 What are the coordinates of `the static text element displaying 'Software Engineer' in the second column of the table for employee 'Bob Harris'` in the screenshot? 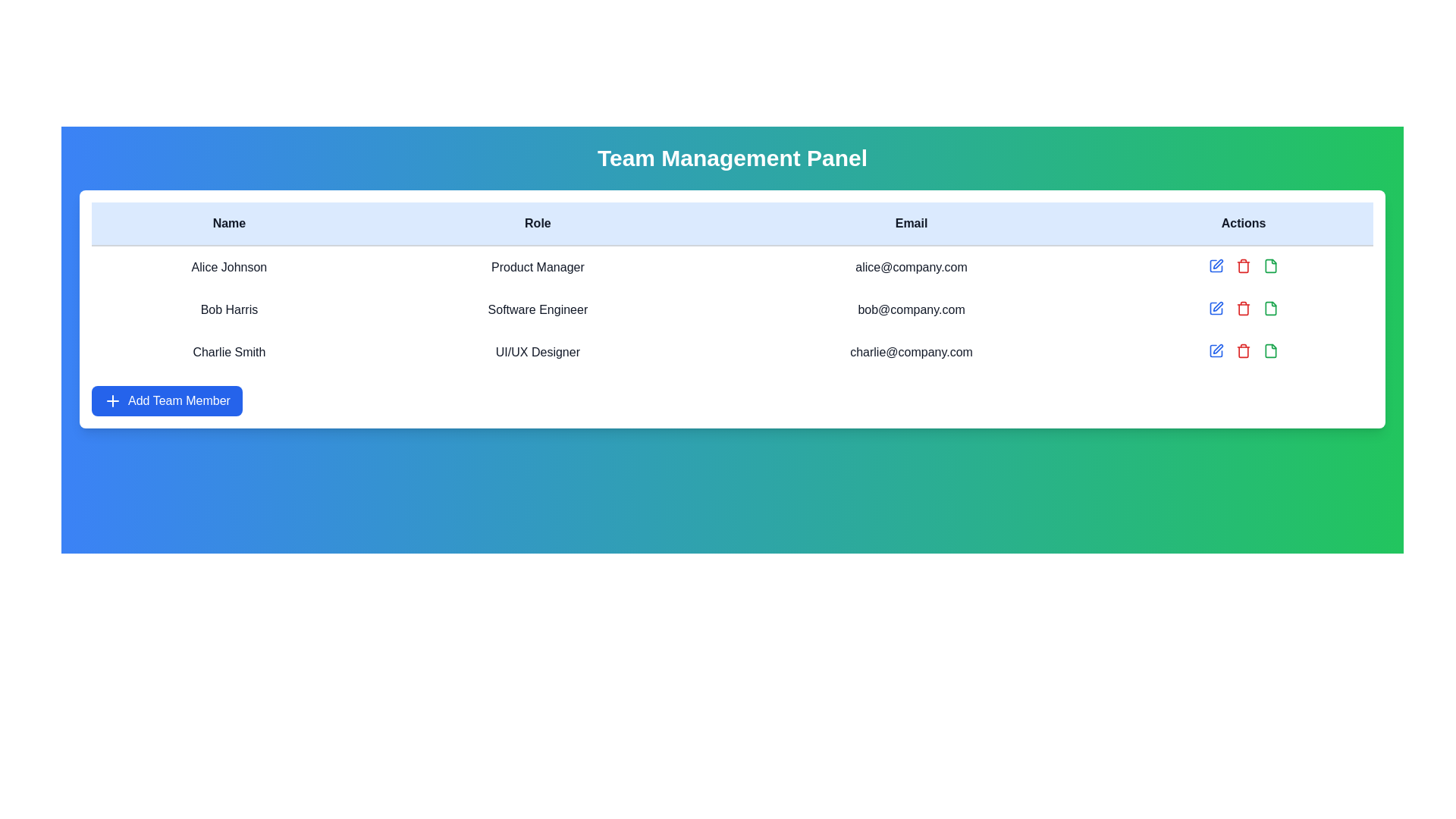 It's located at (538, 309).